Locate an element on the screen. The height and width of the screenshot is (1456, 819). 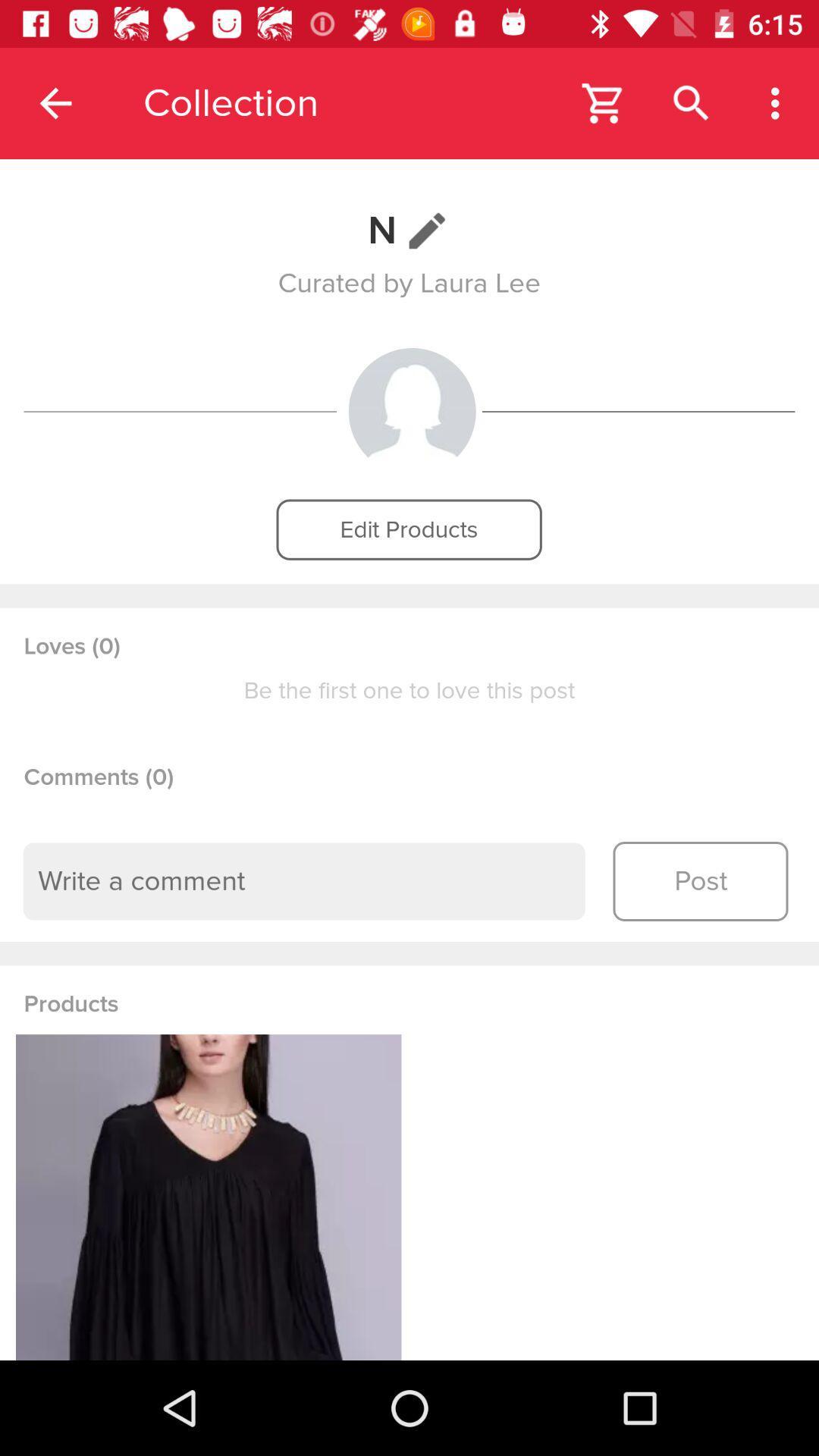
shopping cart is located at coordinates (603, 102).